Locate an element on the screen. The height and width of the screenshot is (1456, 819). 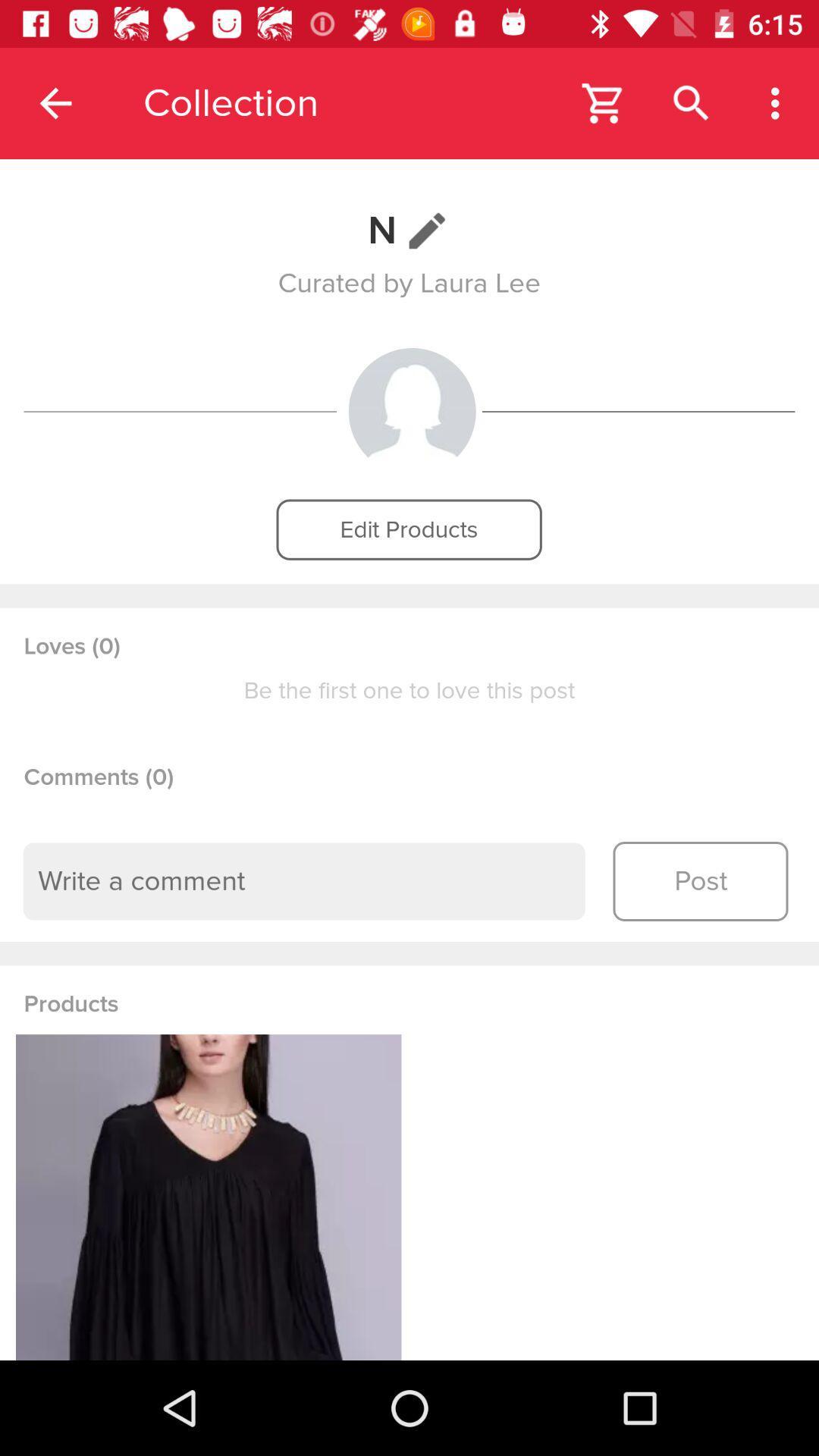
shopping cart is located at coordinates (603, 102).